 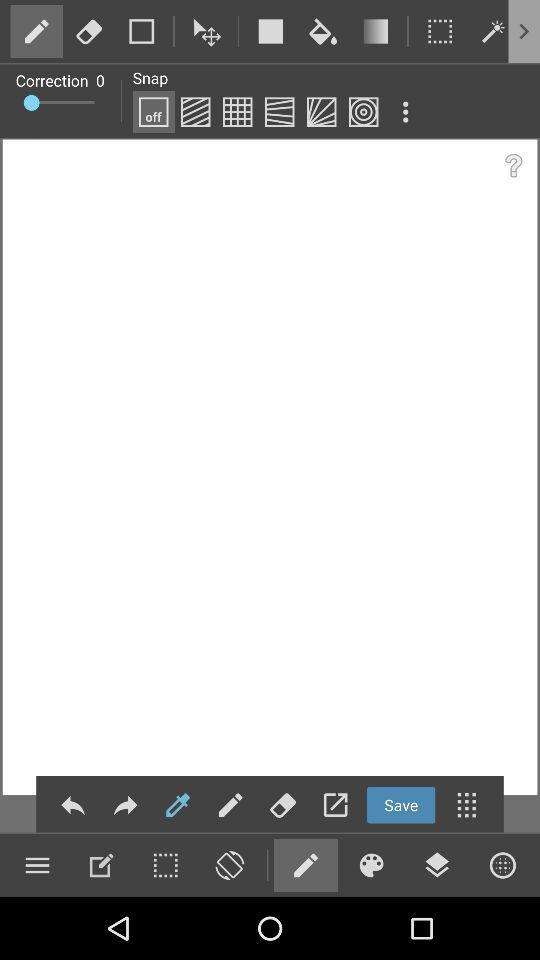 I want to click on the dialpad icon, so click(x=466, y=805).